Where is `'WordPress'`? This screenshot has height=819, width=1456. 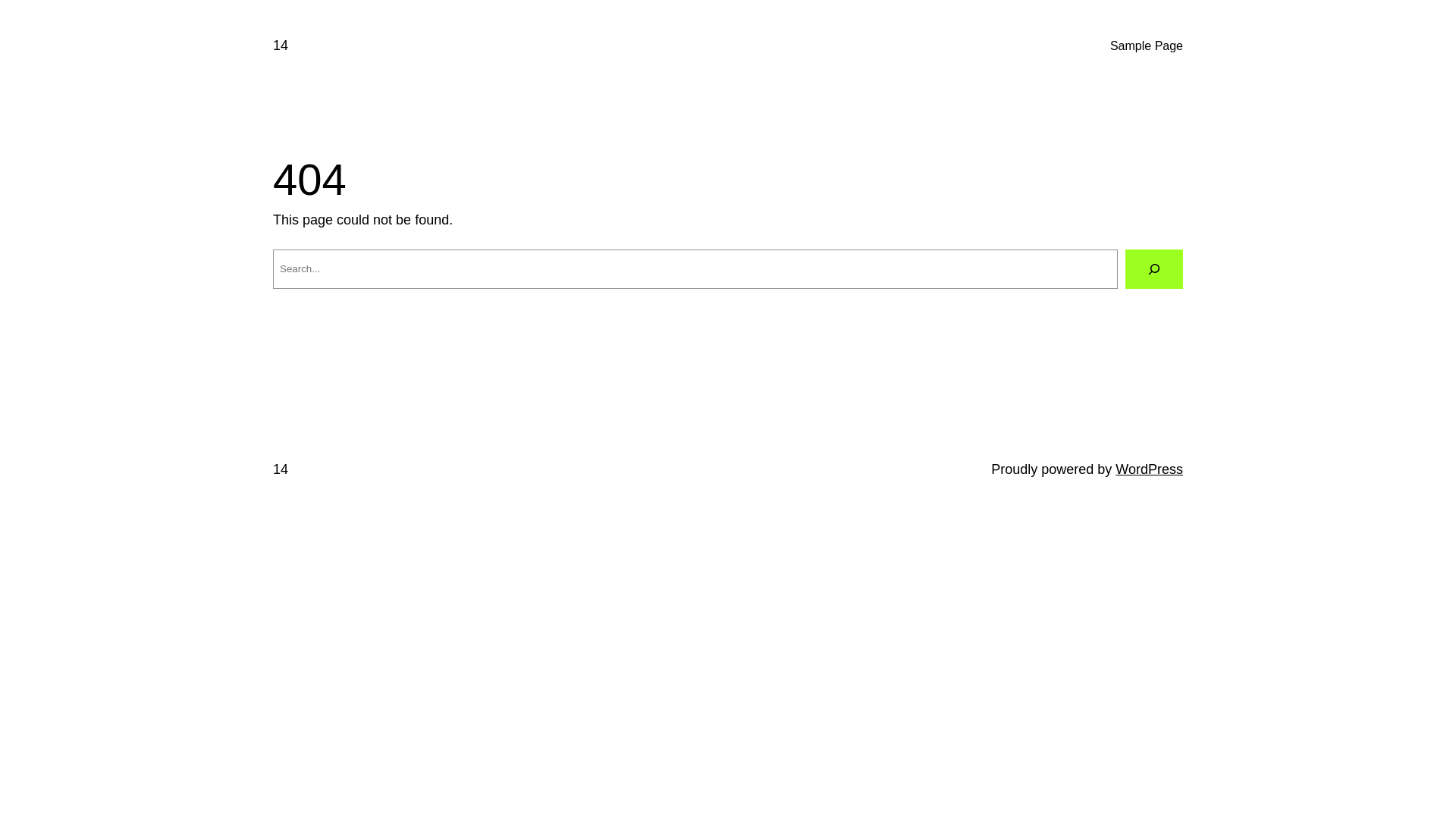
'WordPress' is located at coordinates (1149, 468).